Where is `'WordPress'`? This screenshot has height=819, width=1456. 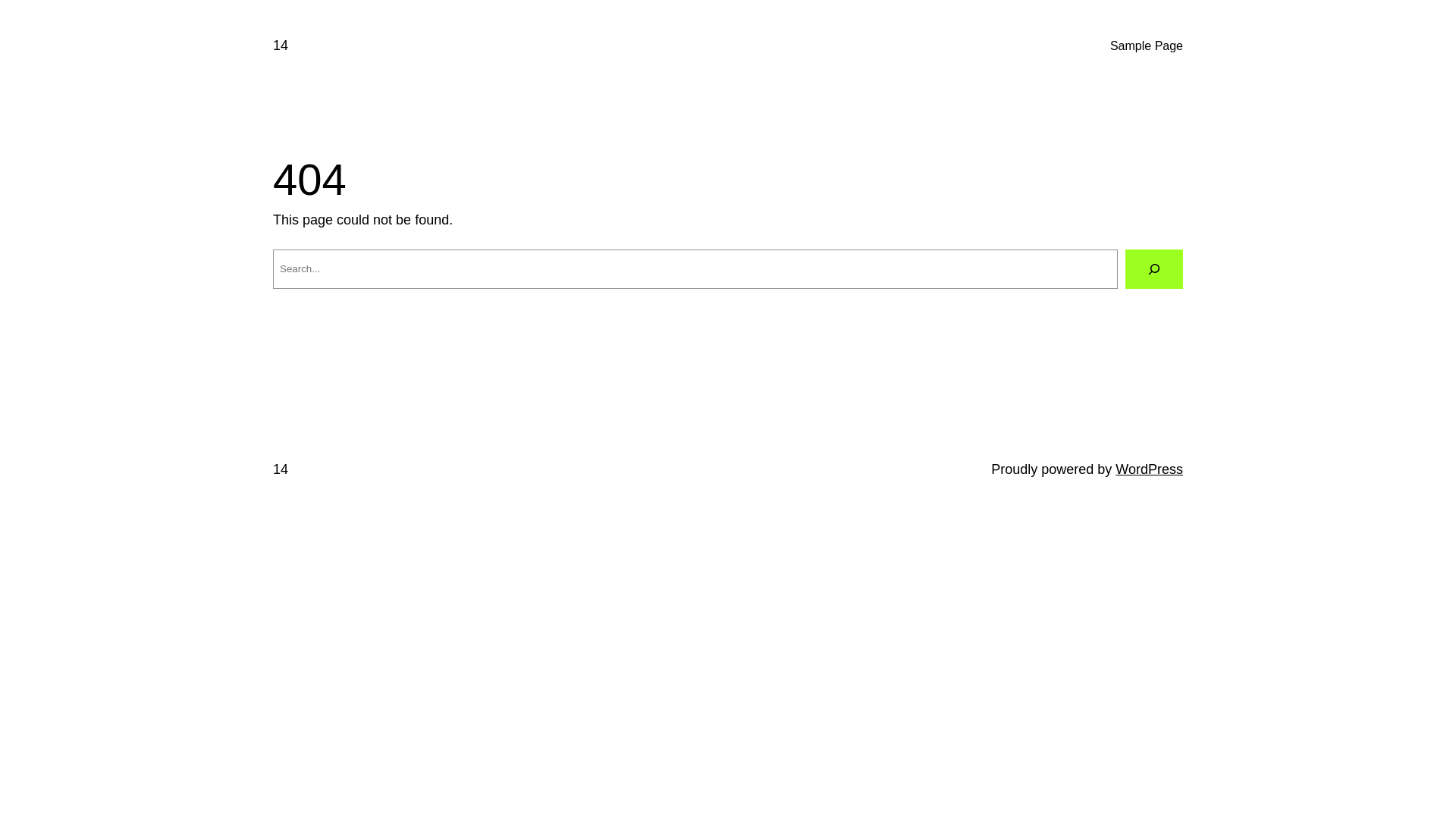
'WordPress' is located at coordinates (1149, 468).